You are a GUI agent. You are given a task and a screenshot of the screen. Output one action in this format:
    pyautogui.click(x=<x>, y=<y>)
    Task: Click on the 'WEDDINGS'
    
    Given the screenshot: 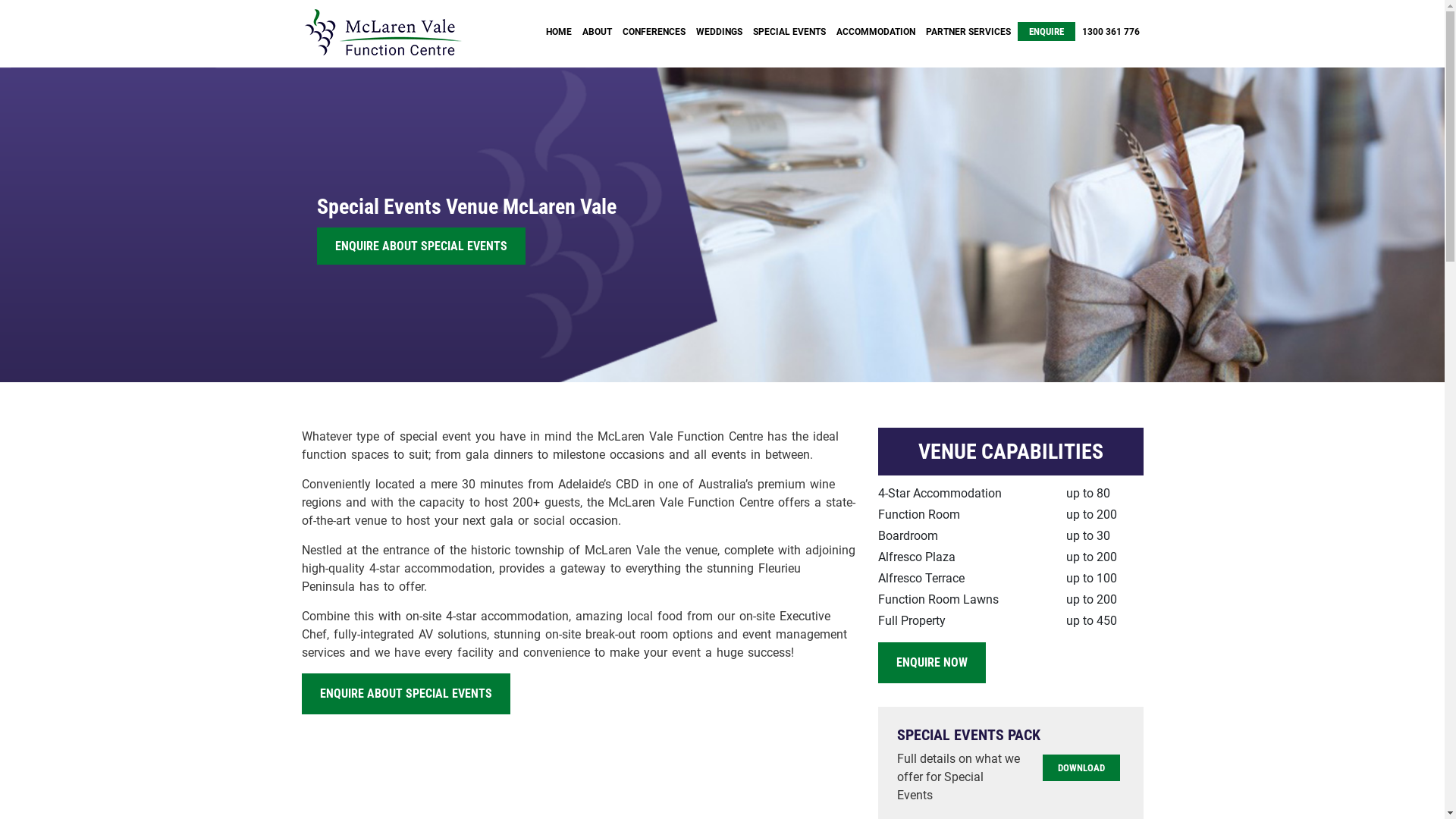 What is the action you would take?
    pyautogui.click(x=691, y=32)
    